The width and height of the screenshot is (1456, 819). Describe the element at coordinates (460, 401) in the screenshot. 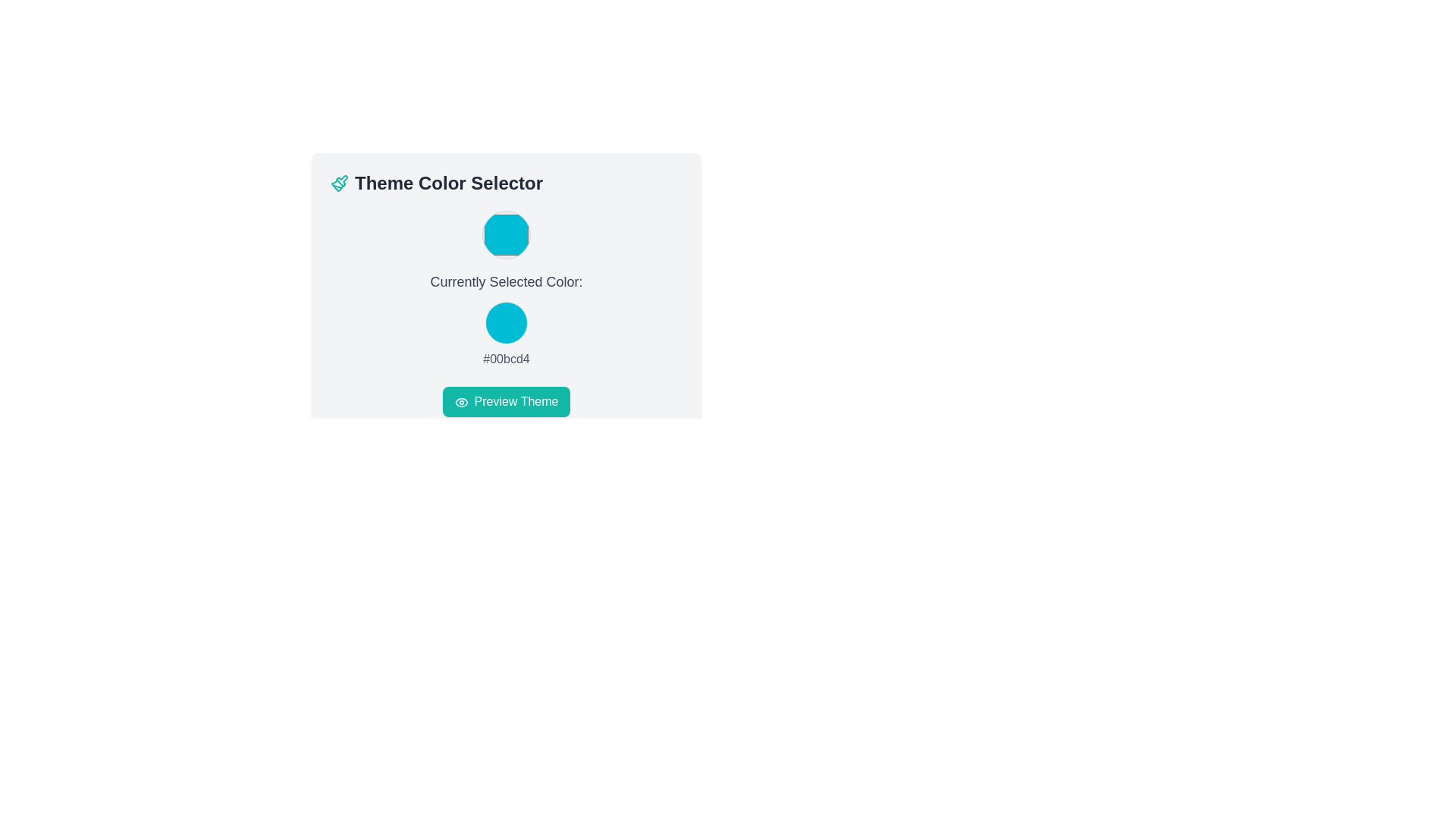

I see `the eye icon located on the left-hand side of the 'Preview Theme' button, which visually suggests a preview action` at that location.